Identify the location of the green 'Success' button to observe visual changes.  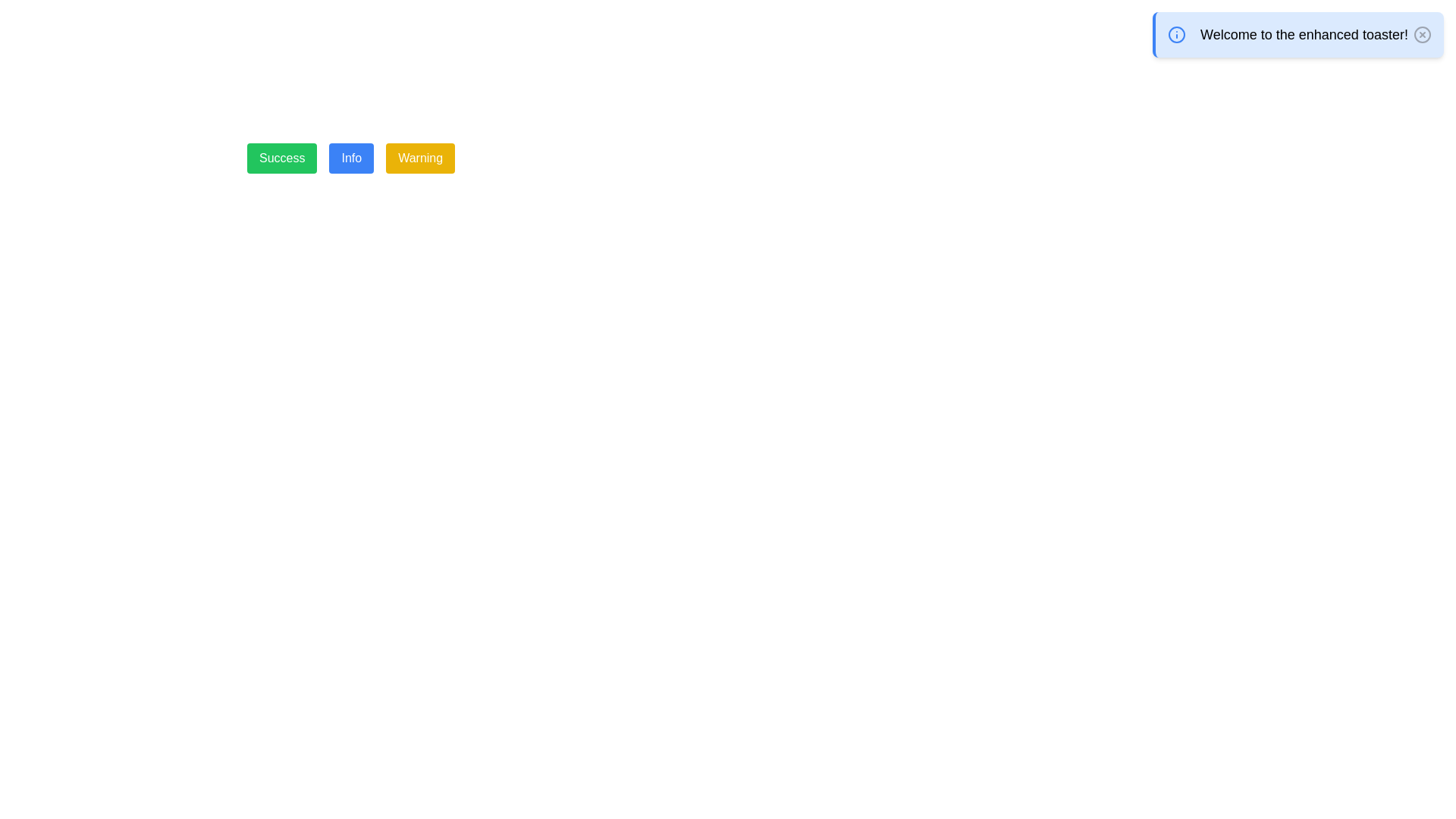
(282, 158).